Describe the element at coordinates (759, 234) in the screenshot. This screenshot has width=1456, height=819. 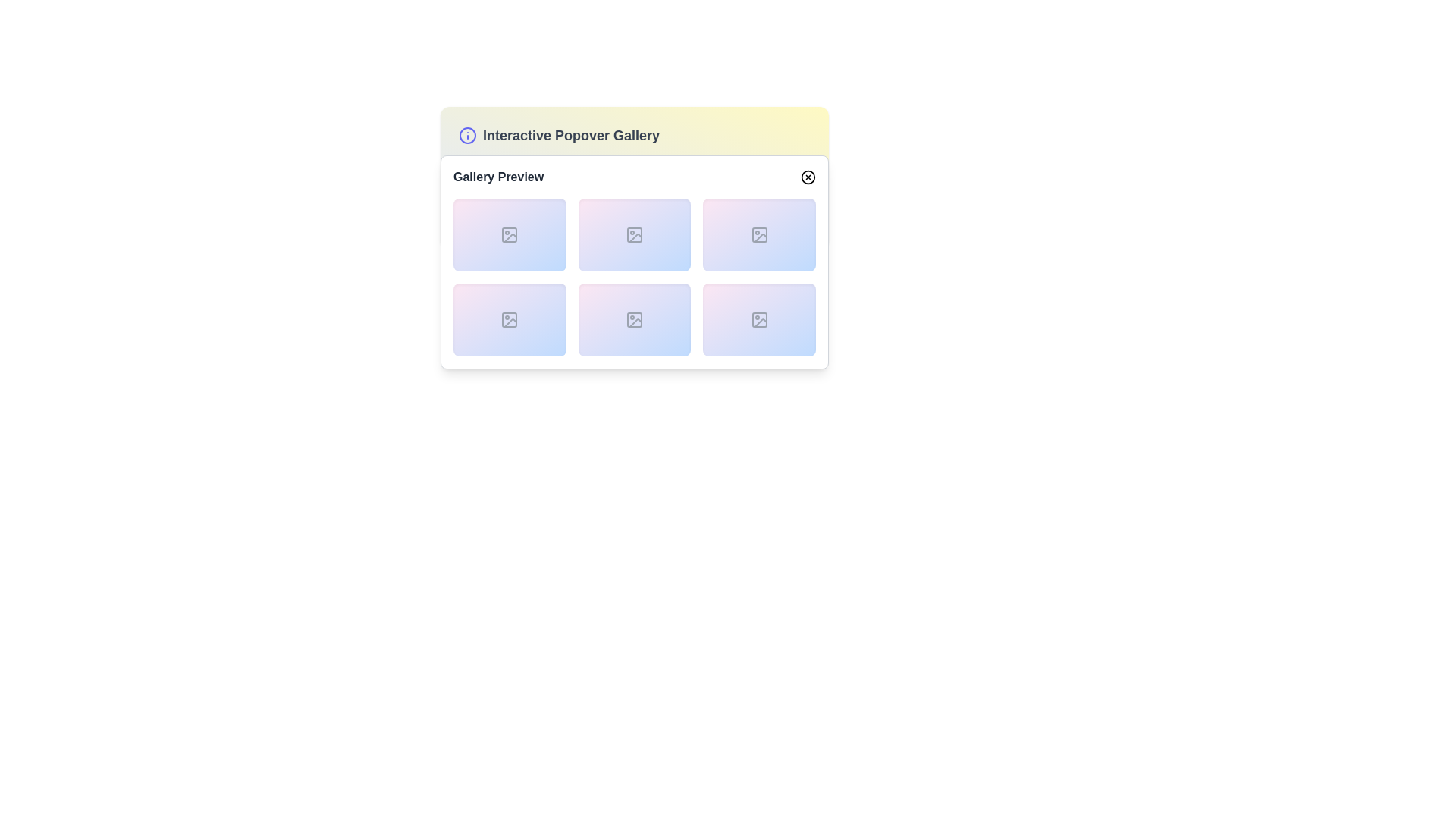
I see `the image placeholder icon in the top row and third column of the gallery component` at that location.